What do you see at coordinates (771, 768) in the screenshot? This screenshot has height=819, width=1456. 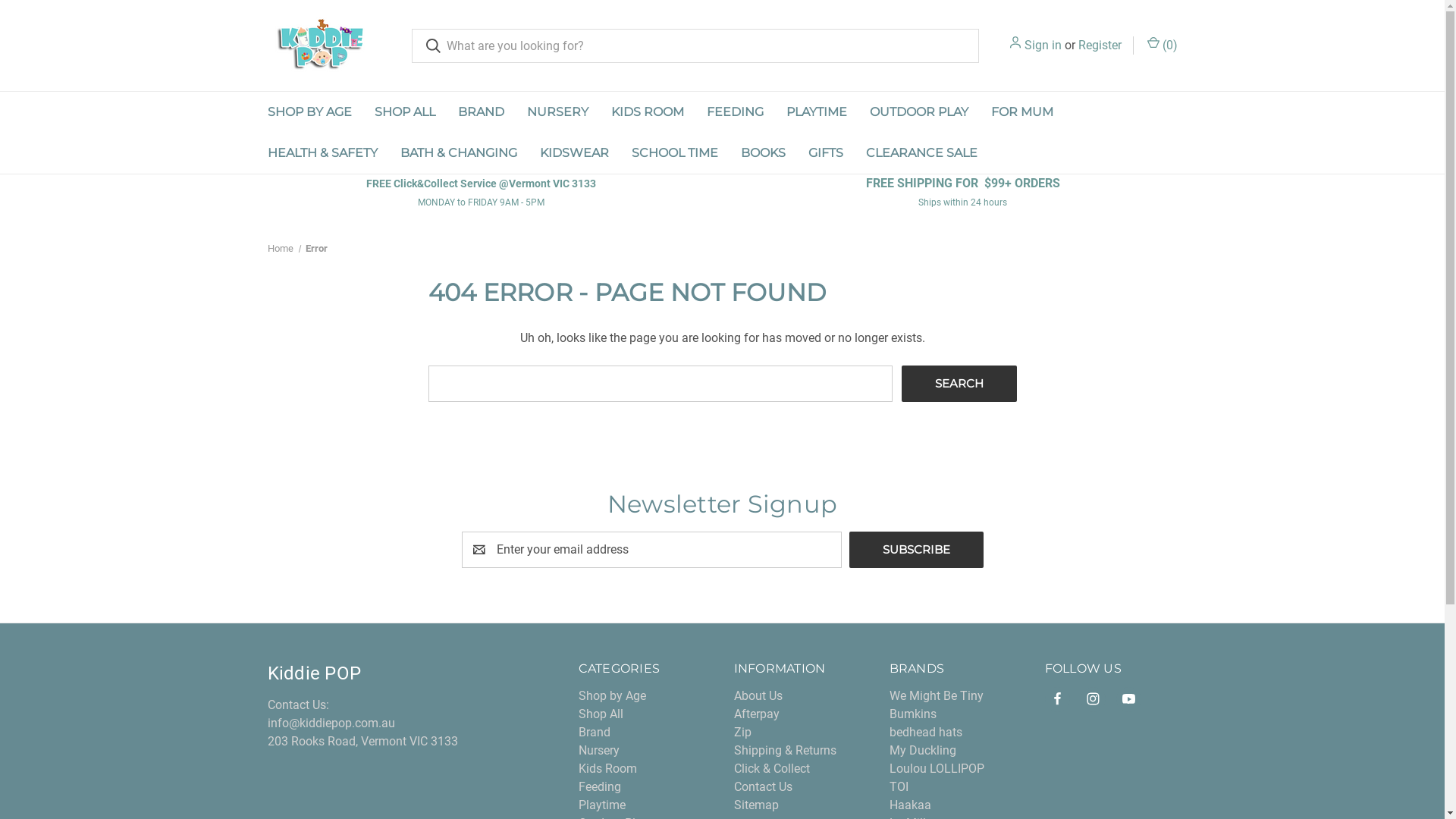 I see `'Click & Collect'` at bounding box center [771, 768].